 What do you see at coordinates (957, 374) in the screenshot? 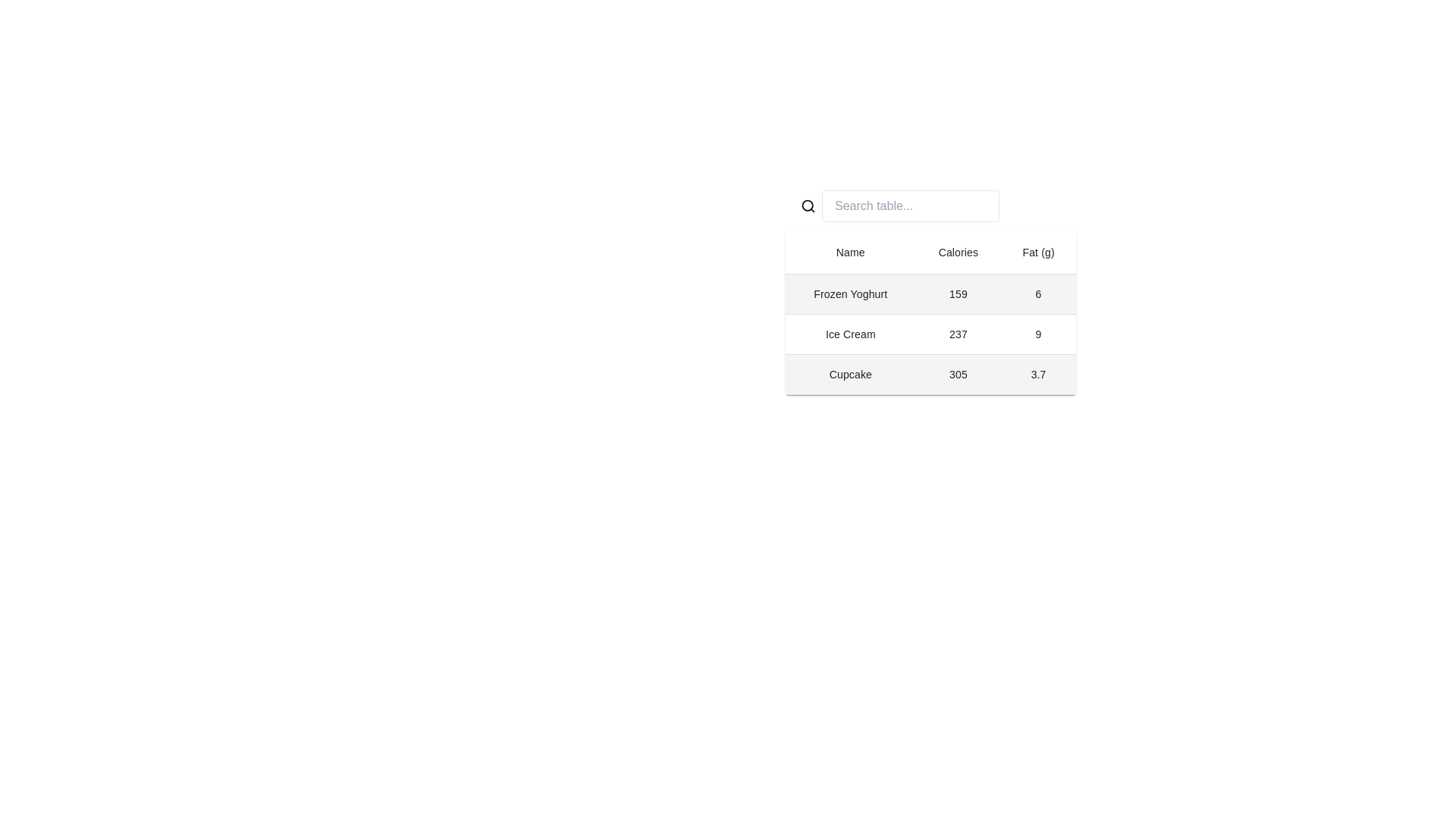
I see `the table cell displaying the calorie count for the 'Cupcake' entry, located in the third row under the 'Calories' column` at bounding box center [957, 374].